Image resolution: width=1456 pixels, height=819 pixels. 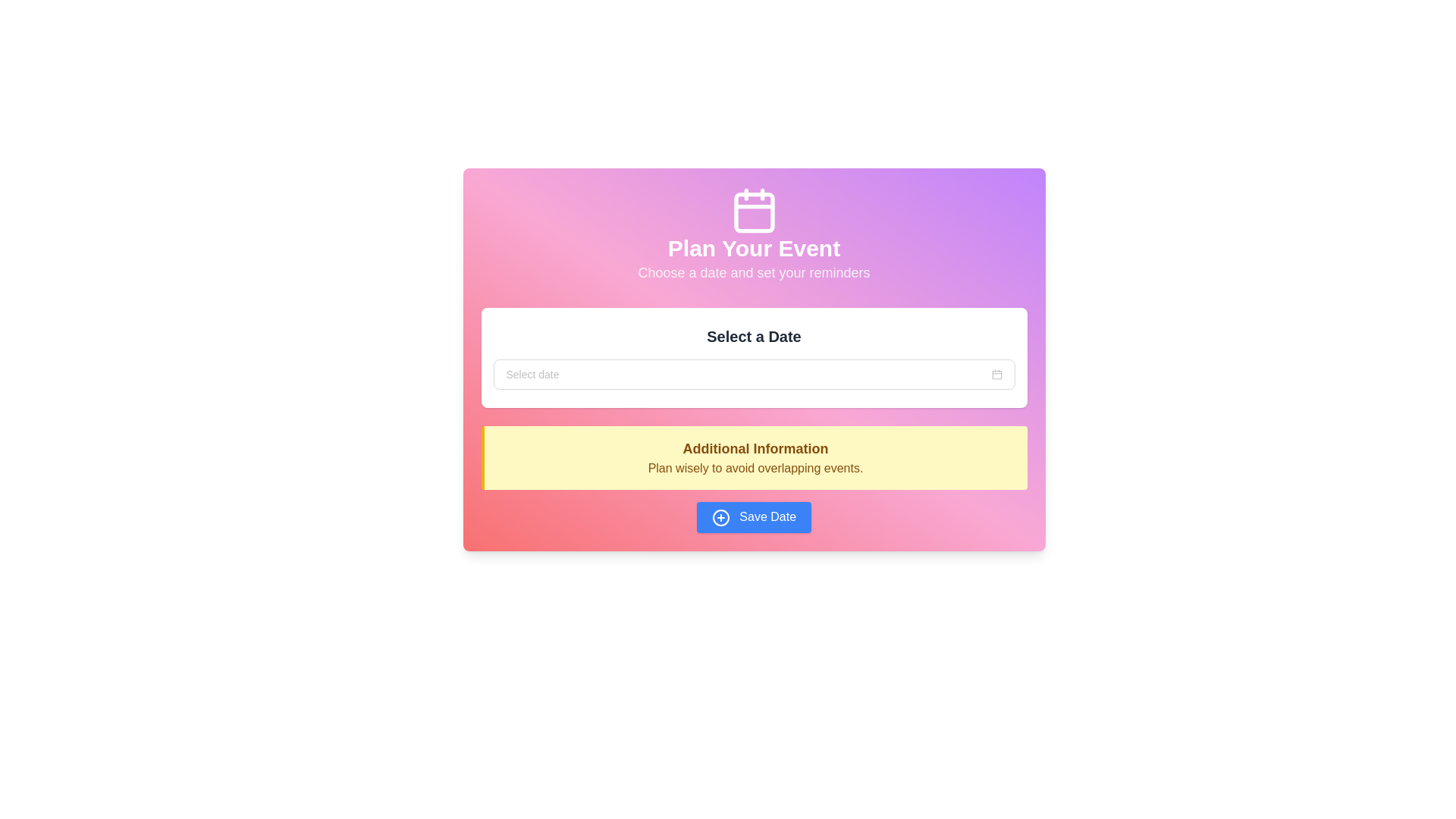 I want to click on the informational banner located above the blue 'Save Date' button in the lower part of the main card interface, so click(x=754, y=479).